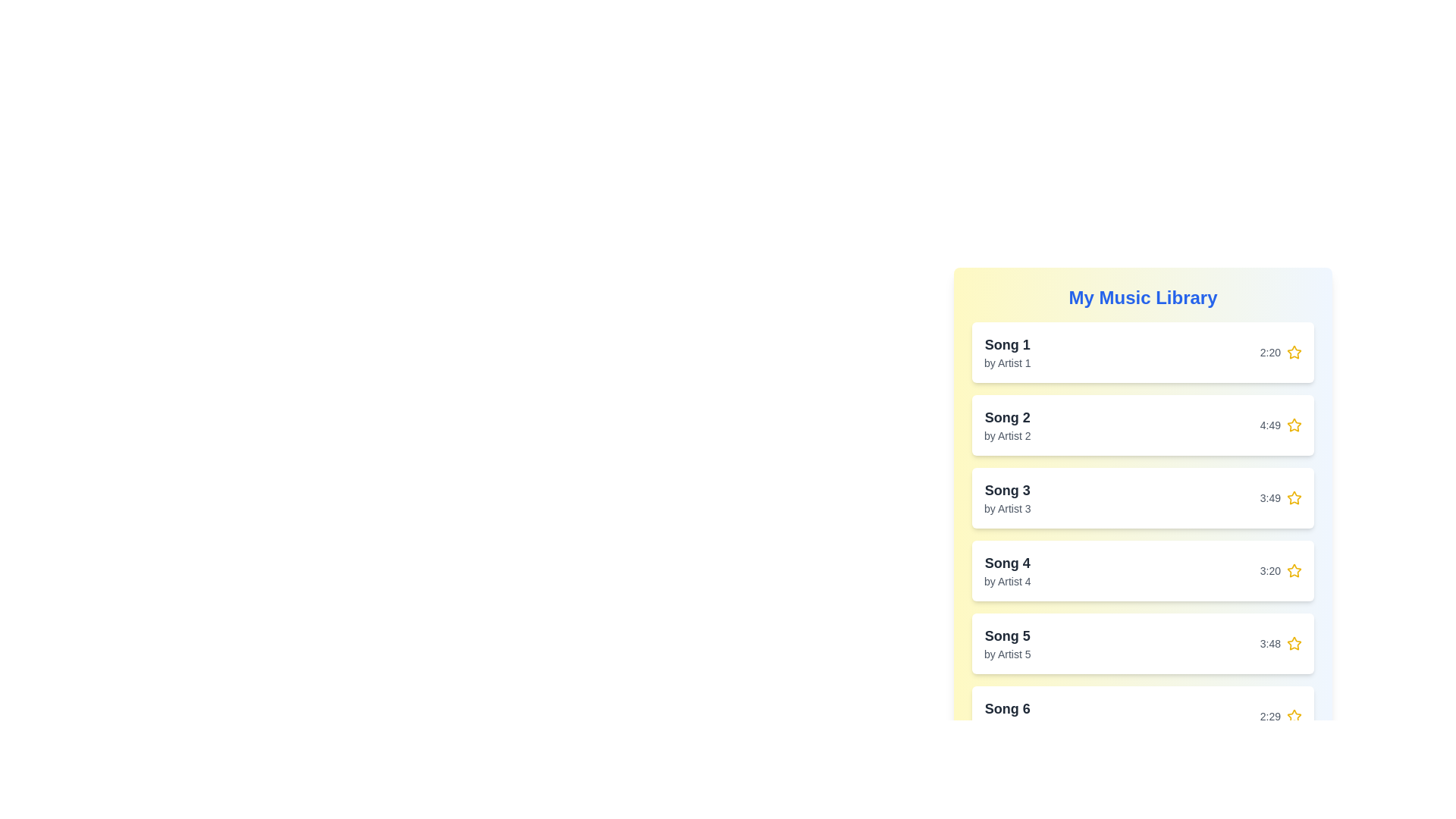  What do you see at coordinates (1270, 570) in the screenshot?
I see `the time indicator text label for 'Song 4' in the music library, positioned to the right of the star icon` at bounding box center [1270, 570].